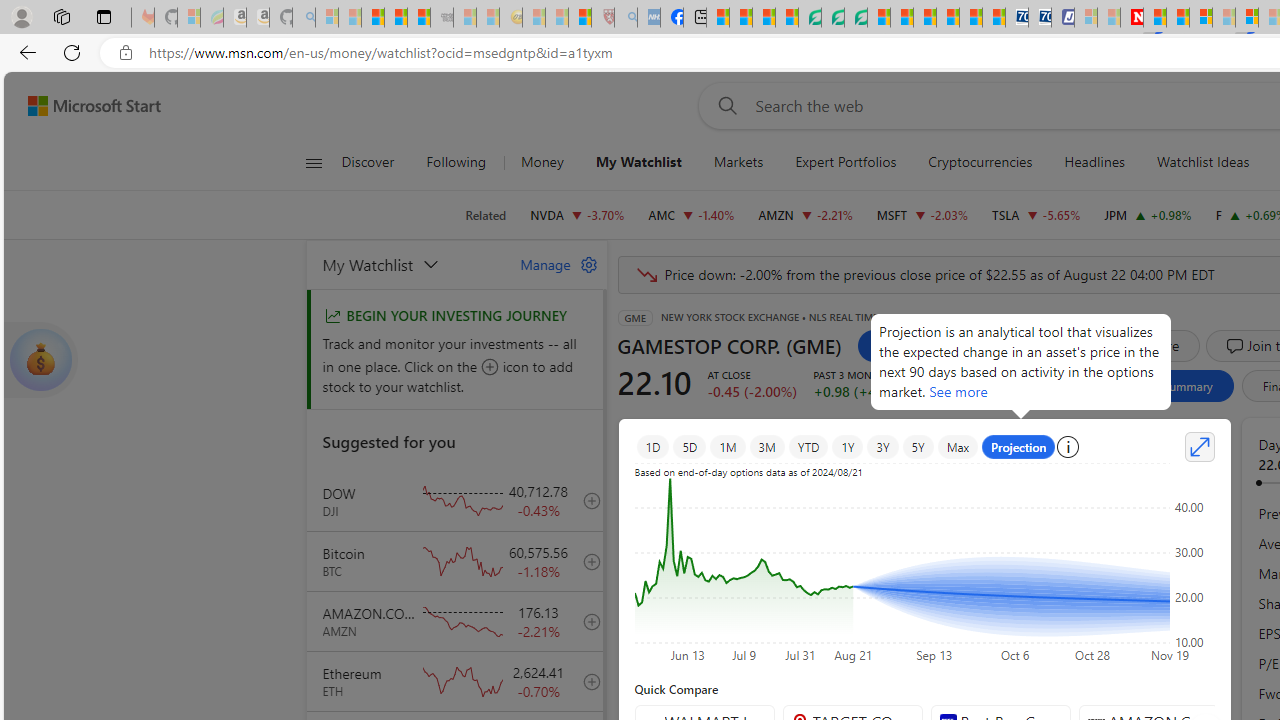  What do you see at coordinates (848, 446) in the screenshot?
I see `'1Y'` at bounding box center [848, 446].